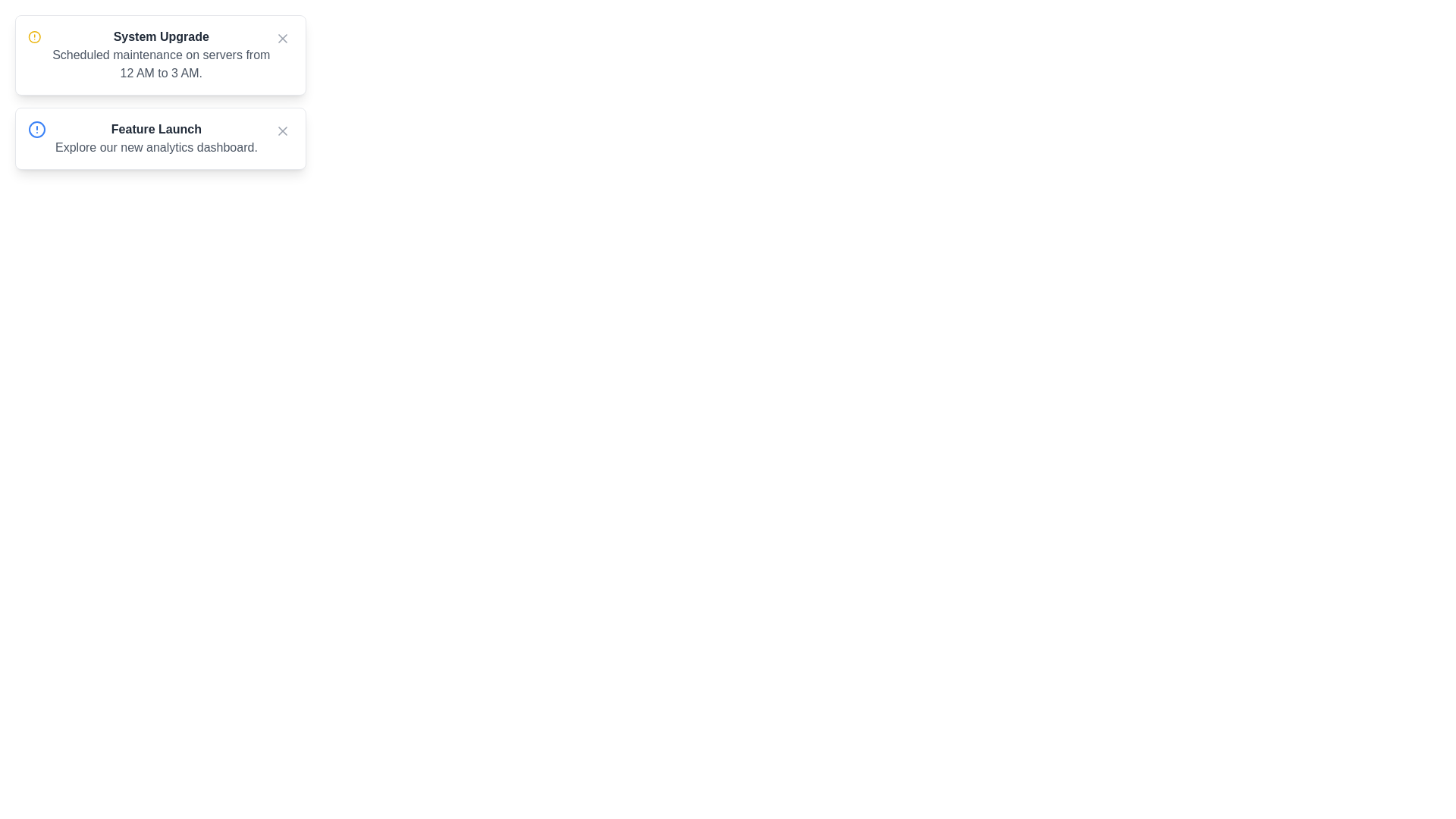 The image size is (1456, 819). Describe the element at coordinates (33, 36) in the screenshot. I see `the notification icon to inspect it` at that location.